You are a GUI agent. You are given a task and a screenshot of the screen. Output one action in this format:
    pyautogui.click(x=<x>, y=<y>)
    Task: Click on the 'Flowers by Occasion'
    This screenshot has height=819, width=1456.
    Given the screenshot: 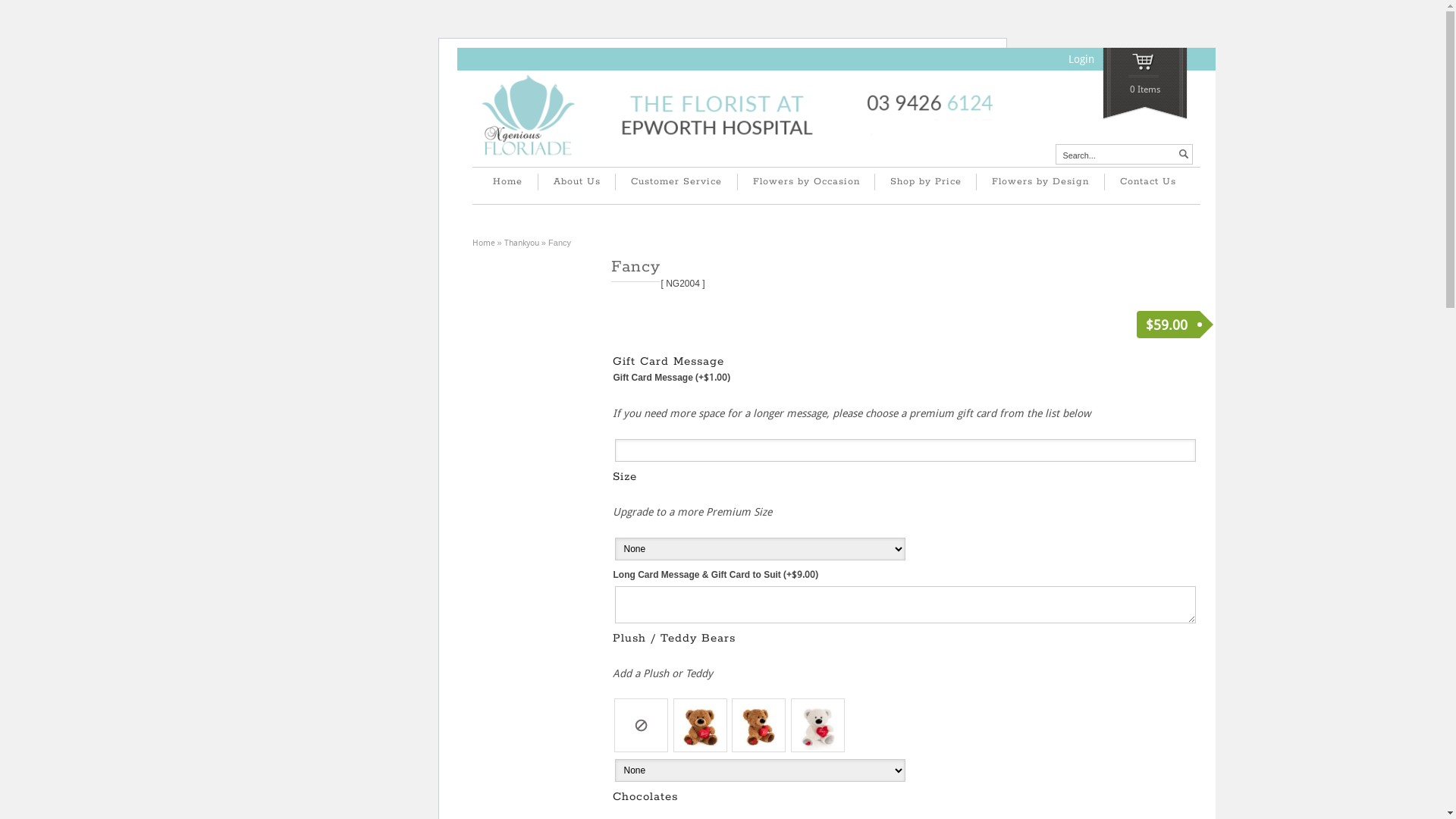 What is the action you would take?
    pyautogui.click(x=805, y=180)
    